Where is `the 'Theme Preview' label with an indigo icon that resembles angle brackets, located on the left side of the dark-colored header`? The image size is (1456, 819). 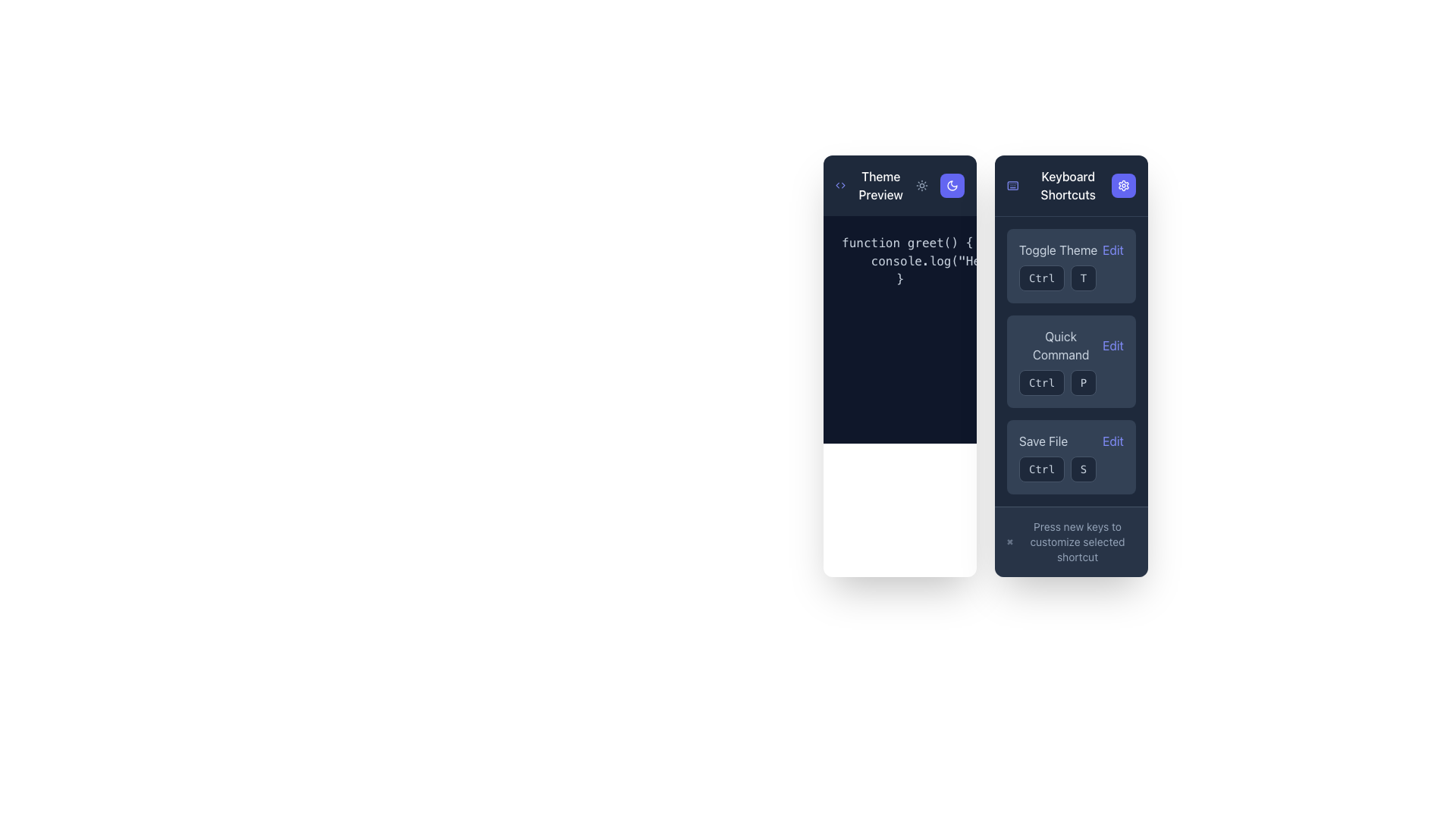 the 'Theme Preview' label with an indigo icon that resembles angle brackets, located on the left side of the dark-colored header is located at coordinates (873, 185).